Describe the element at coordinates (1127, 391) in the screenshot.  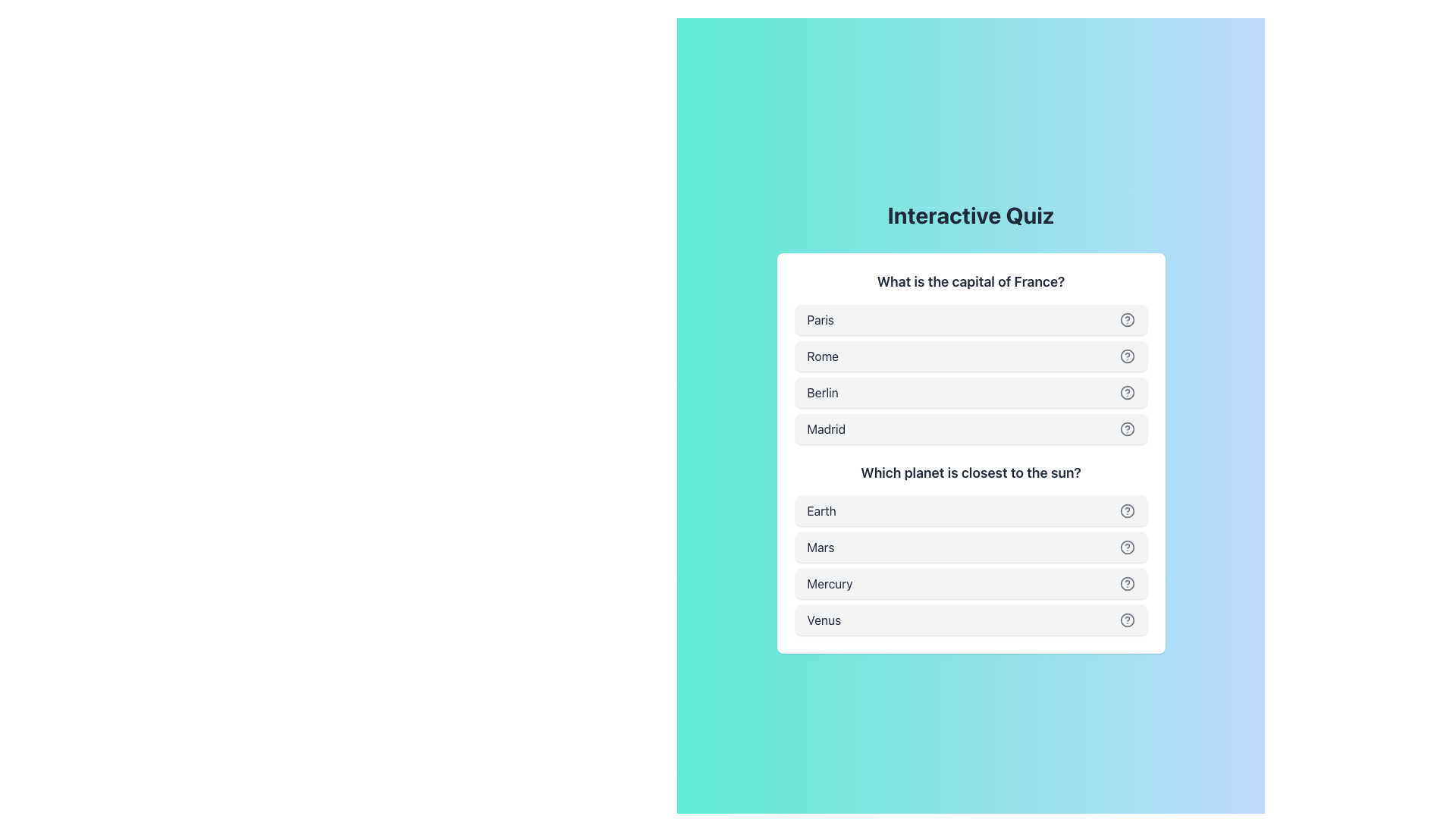
I see `the circular gray question mark icon located on the right side of the 'Berlin' option` at that location.